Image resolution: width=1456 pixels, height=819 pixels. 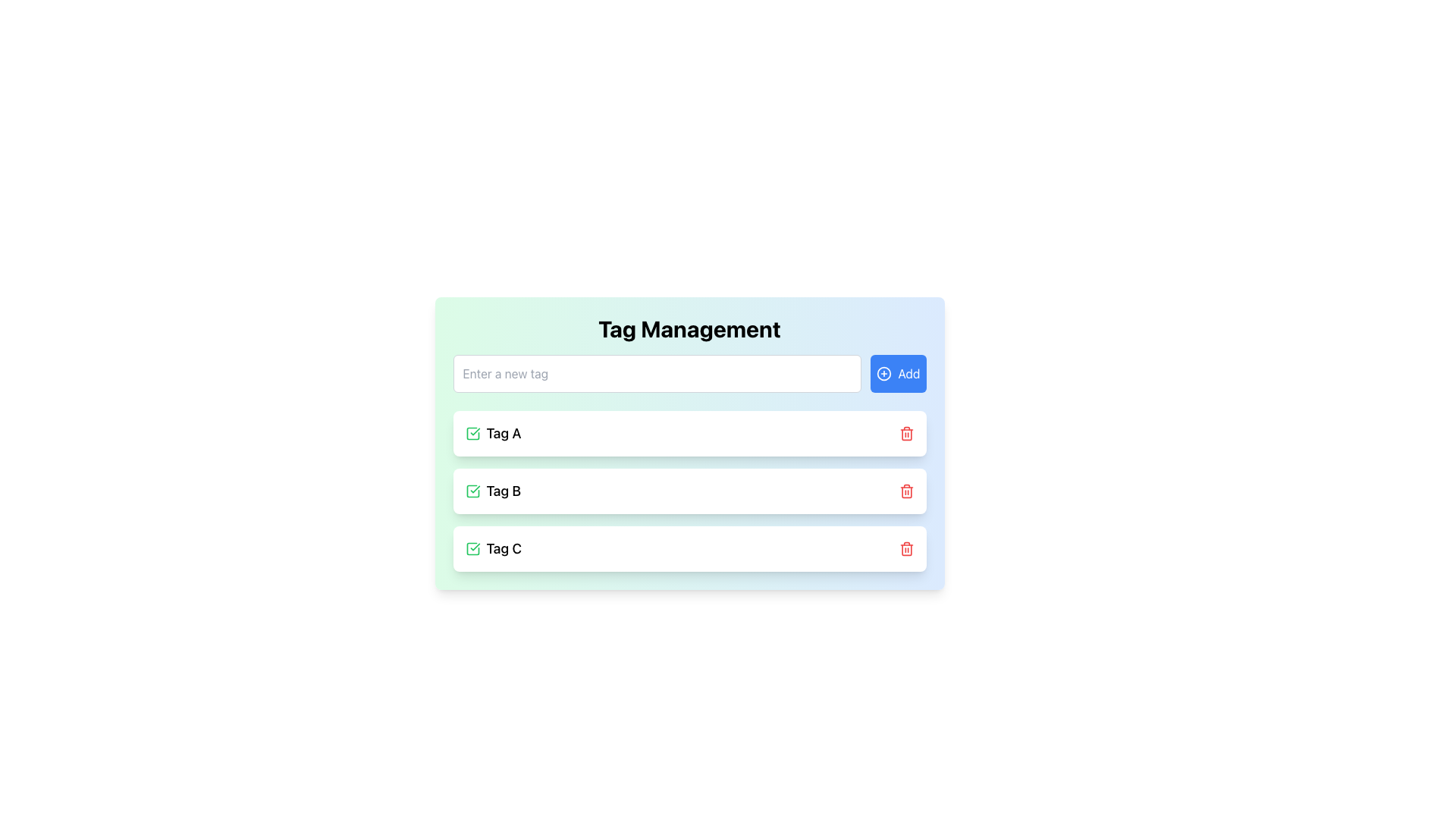 What do you see at coordinates (493, 549) in the screenshot?
I see `the text 'Tag C' in the tag item element that features a green checkmark icon on the left and is positioned as the third item in a vertical list of tags` at bounding box center [493, 549].